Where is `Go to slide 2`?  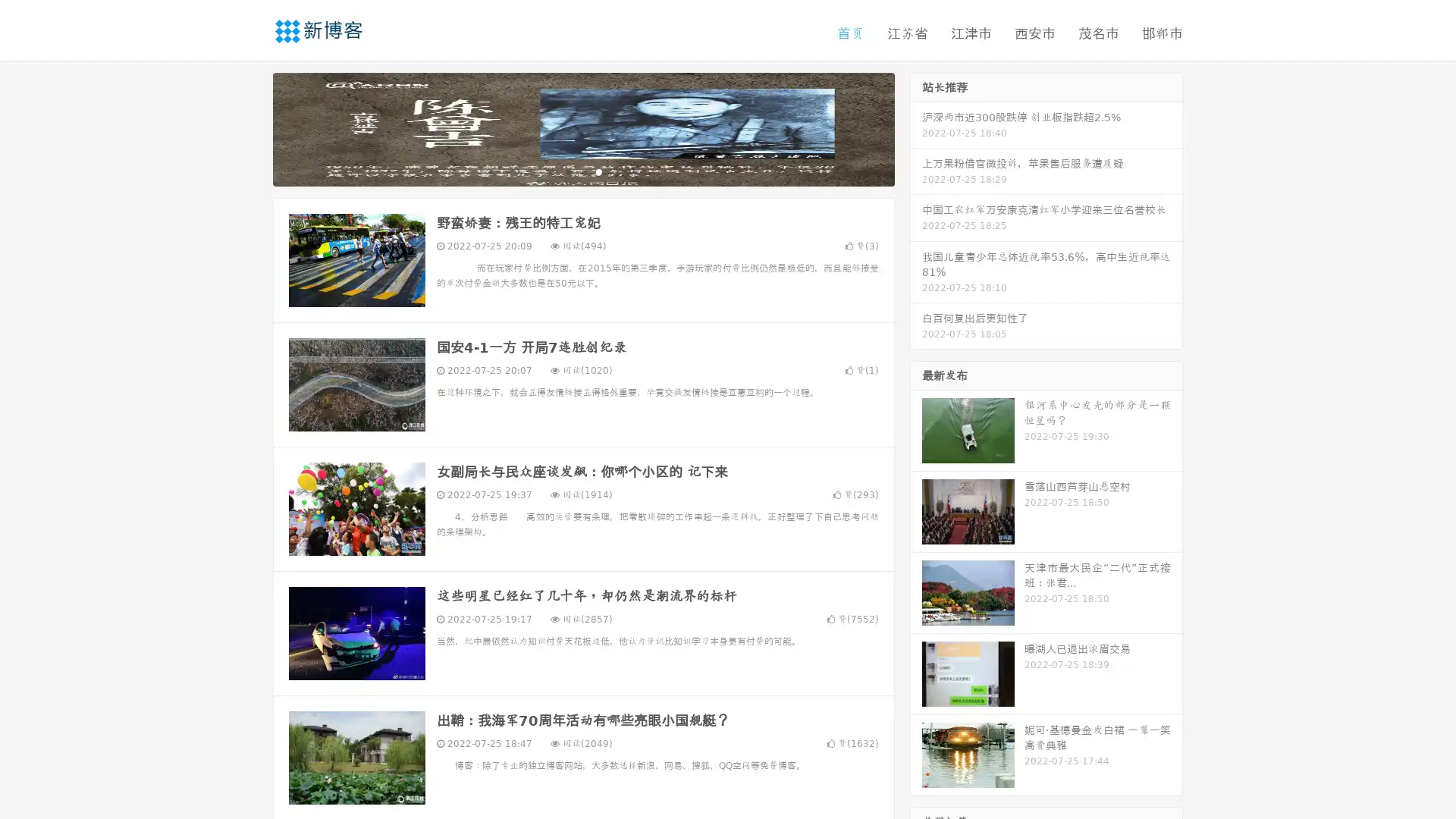 Go to slide 2 is located at coordinates (582, 171).